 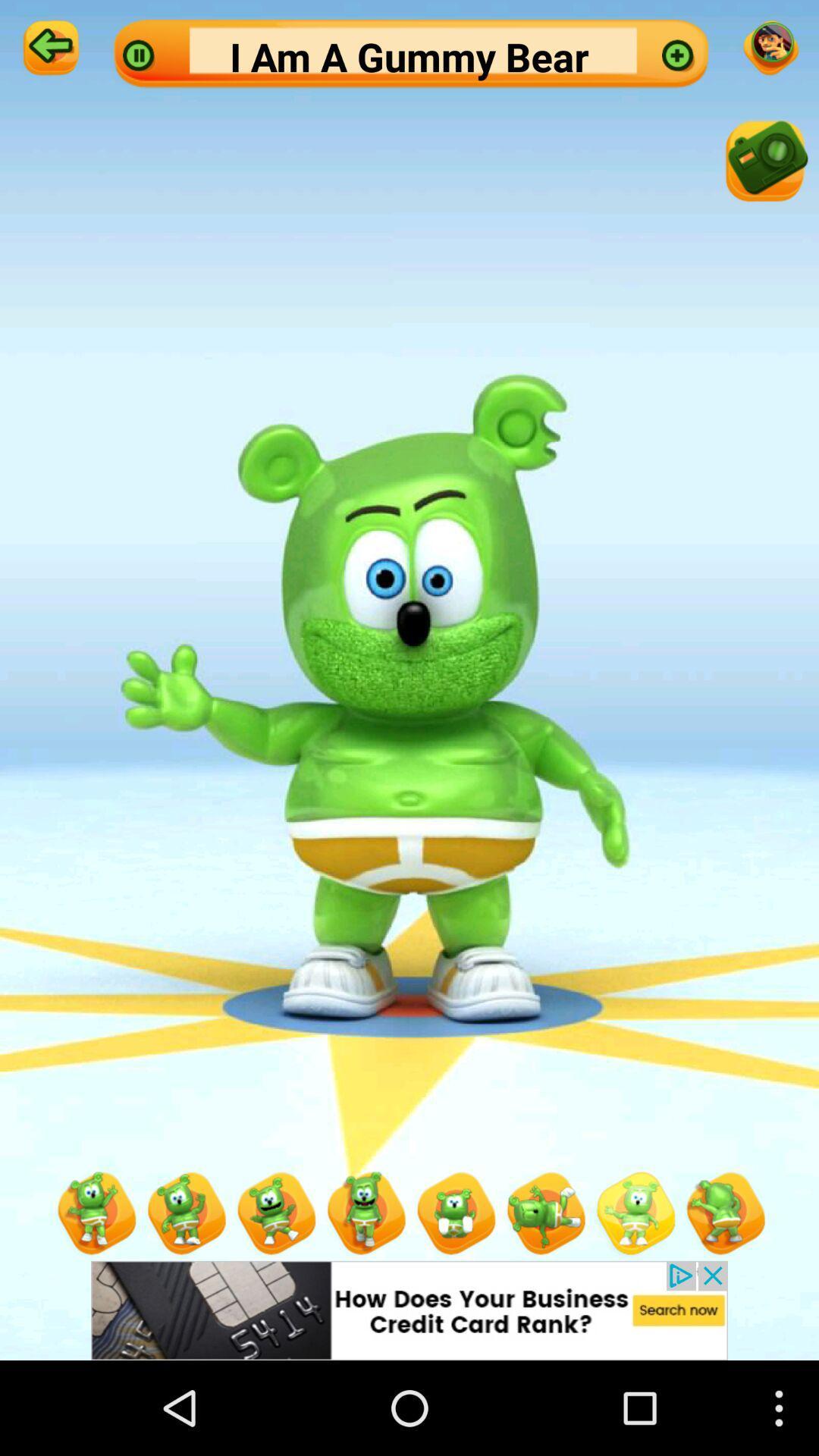 I want to click on the avatar icon, so click(x=184, y=1301).